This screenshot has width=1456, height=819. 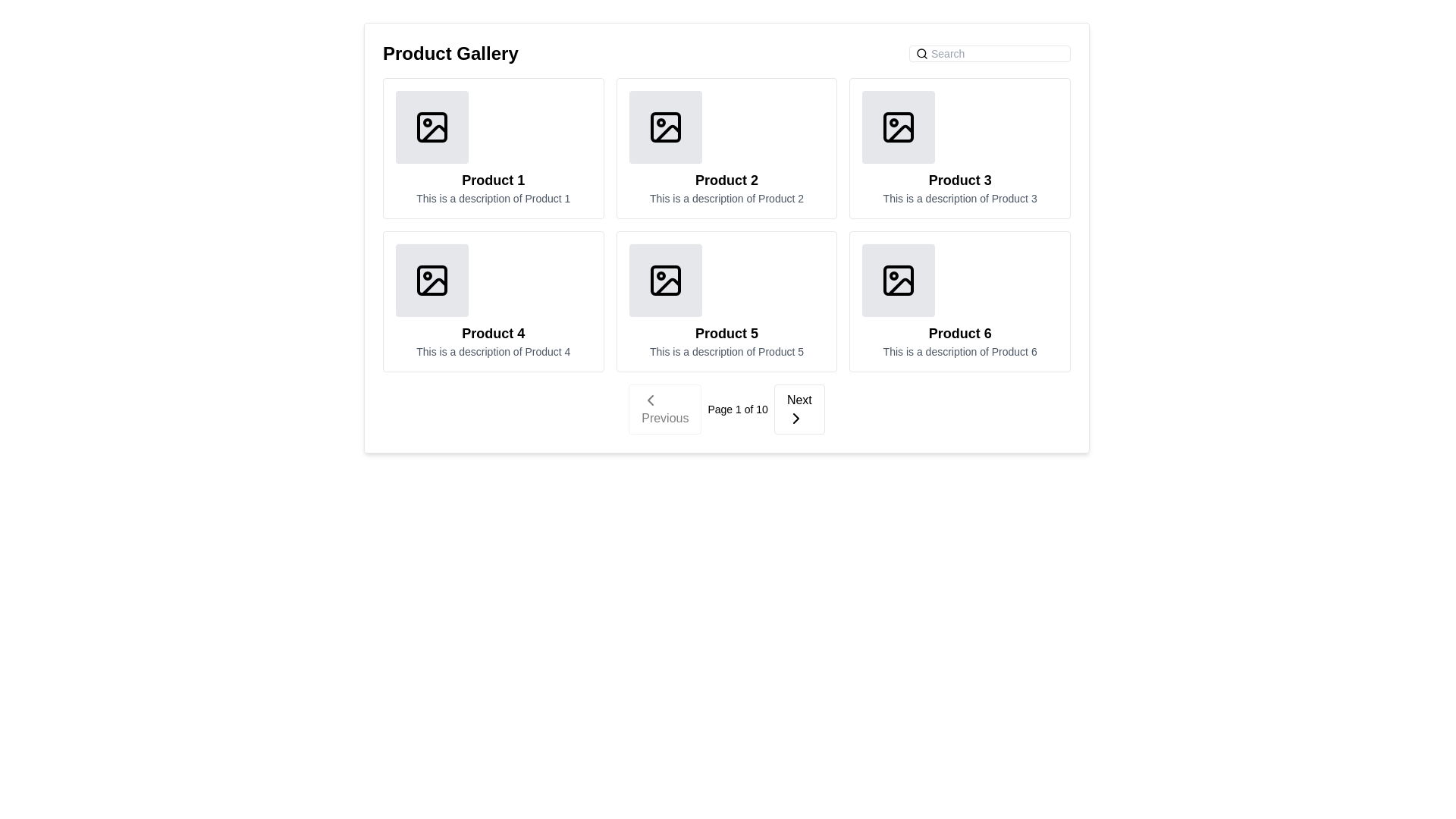 I want to click on the 'Previous' button located in the navigation bar at the bottom of the interface, which features a light gray background, black border, and a left-pointing chevron icon, so click(x=665, y=409).